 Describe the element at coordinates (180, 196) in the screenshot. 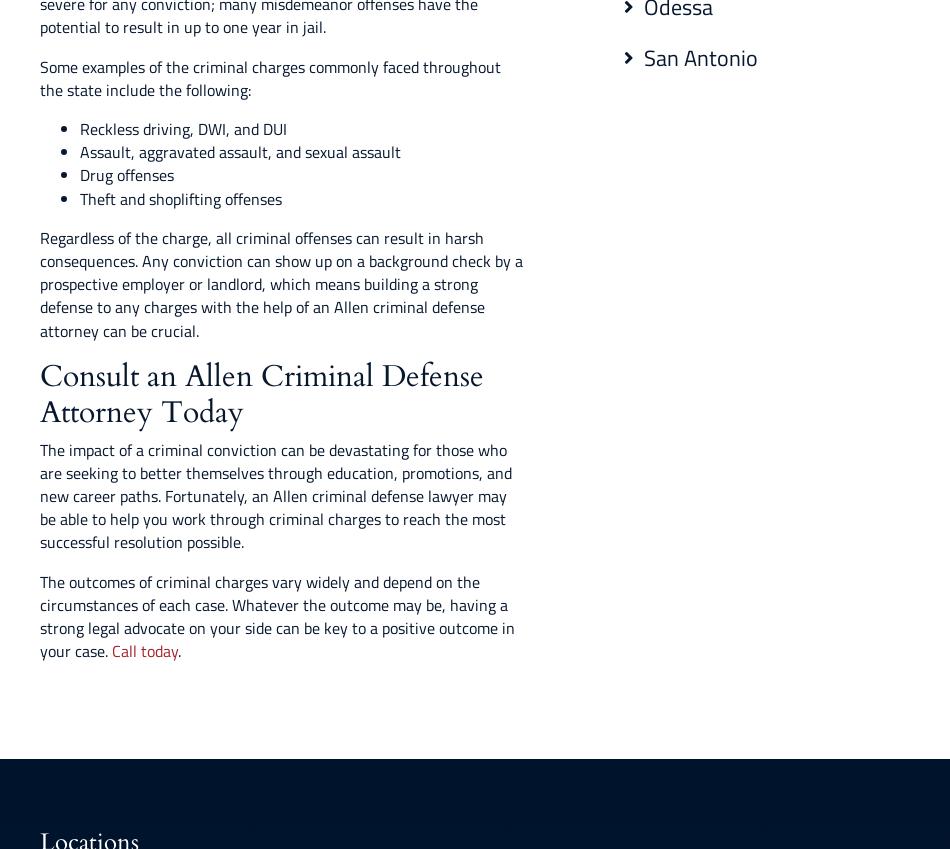

I see `'Theft and shoplifting offenses'` at that location.